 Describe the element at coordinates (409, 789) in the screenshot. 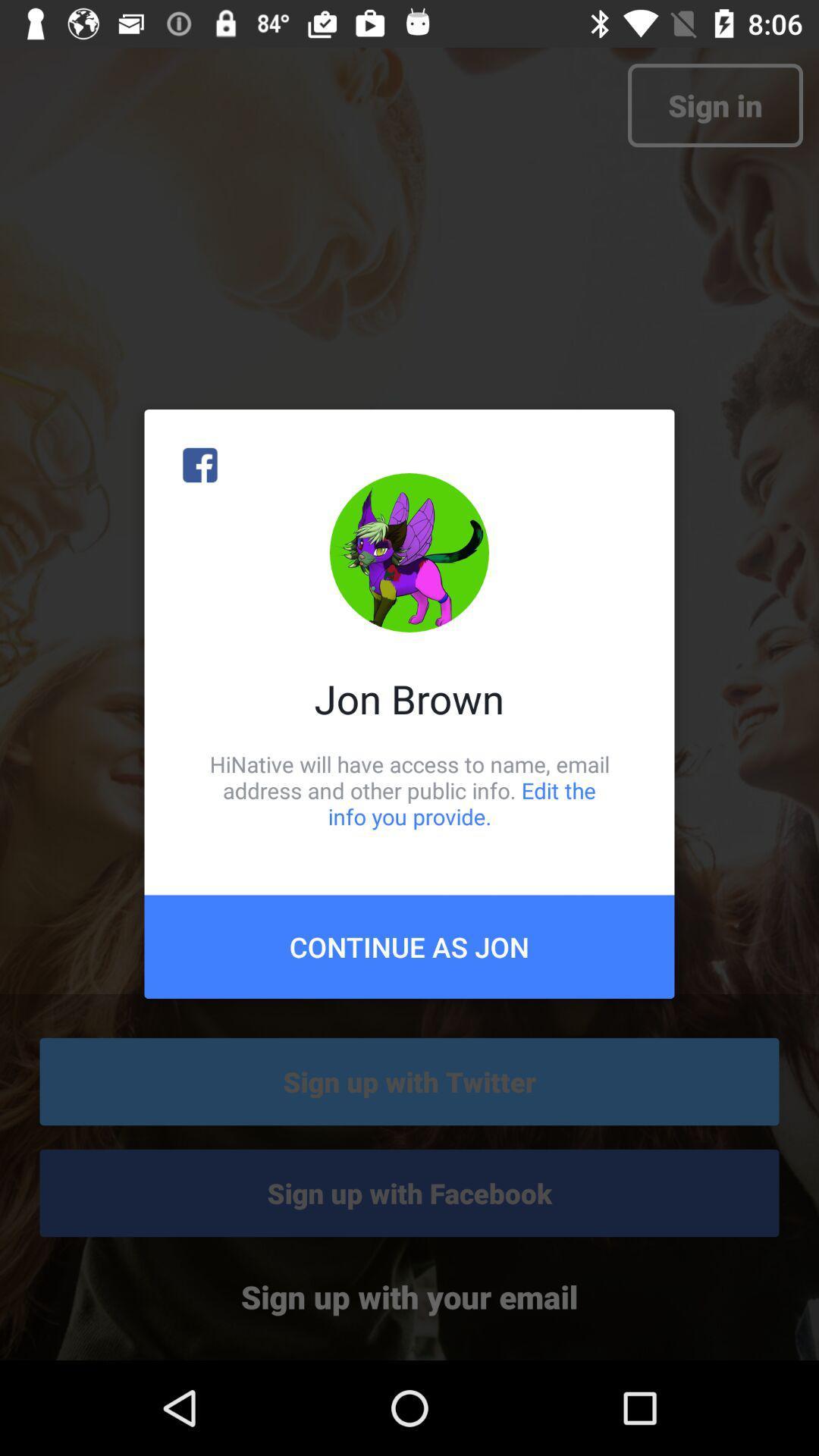

I see `the hinative will have item` at that location.